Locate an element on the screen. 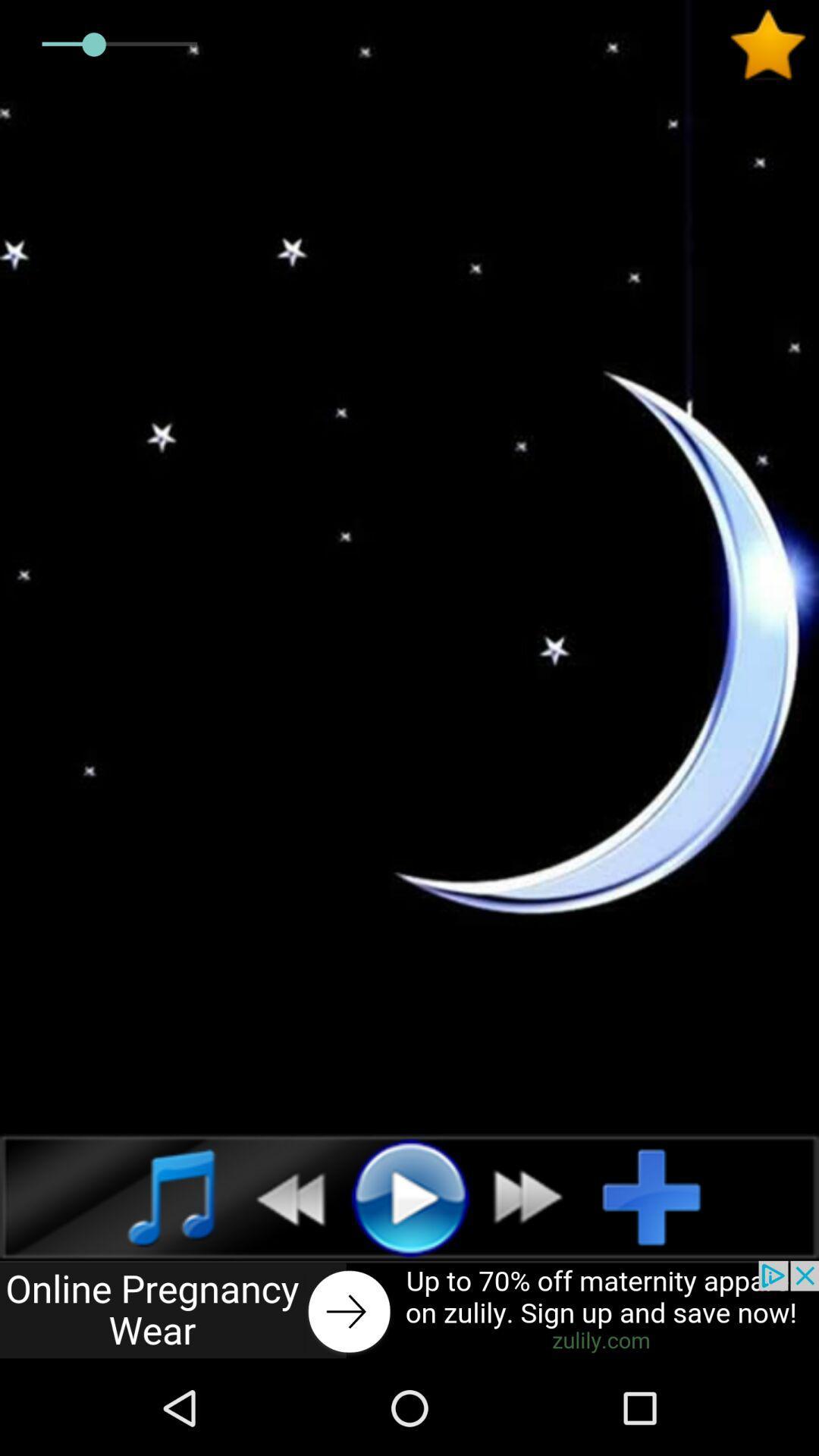 Image resolution: width=819 pixels, height=1456 pixels. previous track is located at coordinates (281, 1196).